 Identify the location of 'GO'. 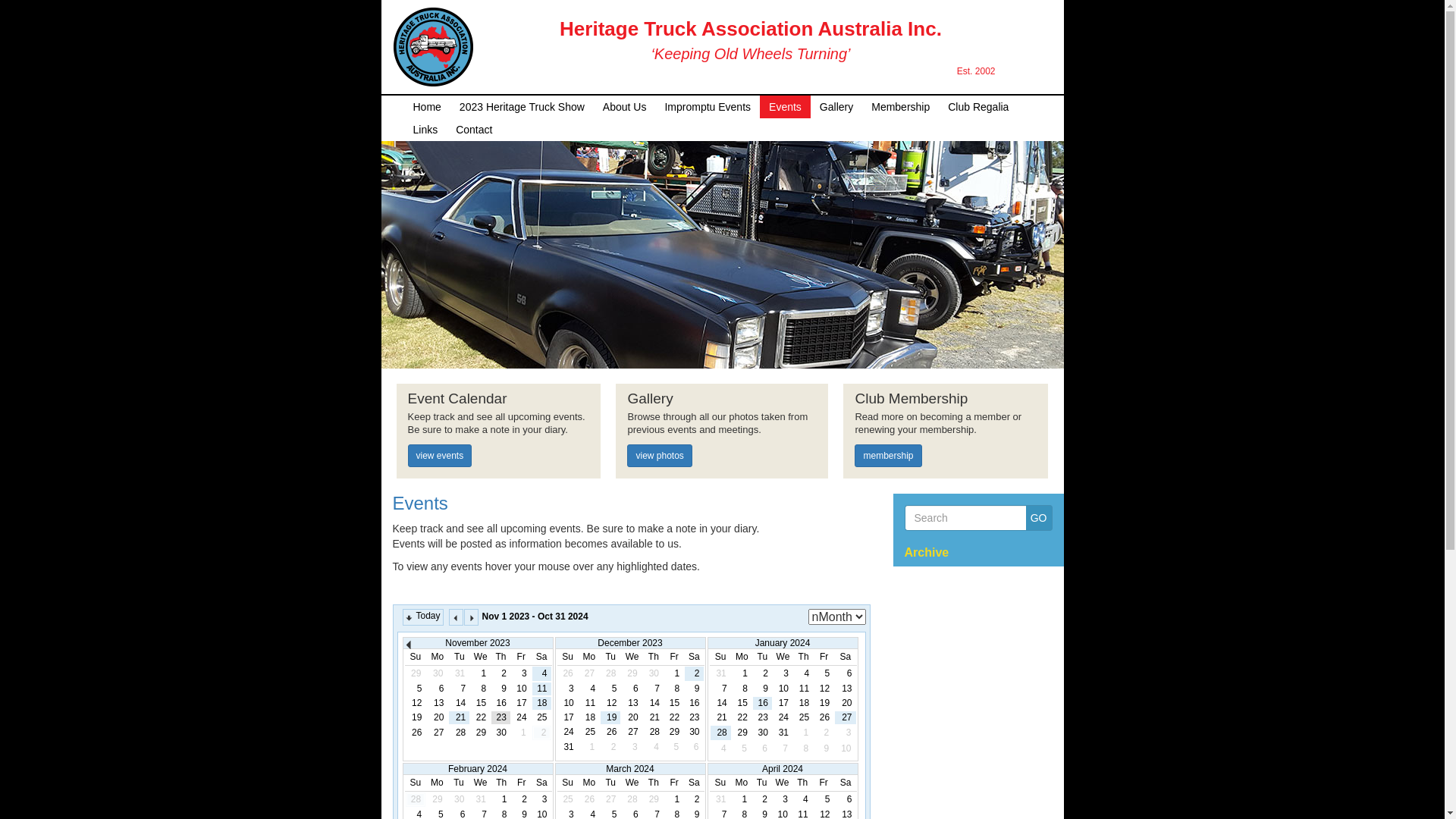
(1038, 516).